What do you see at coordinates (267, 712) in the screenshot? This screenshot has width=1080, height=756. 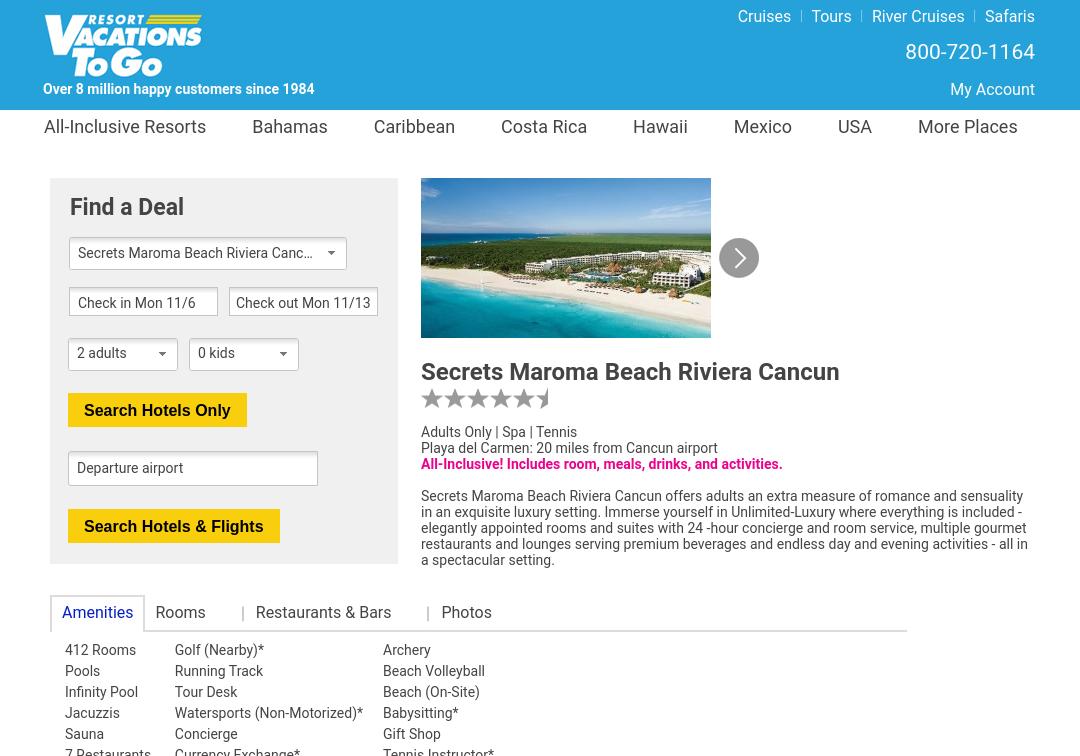 I see `'Watersports (Non-Motorized)*'` at bounding box center [267, 712].